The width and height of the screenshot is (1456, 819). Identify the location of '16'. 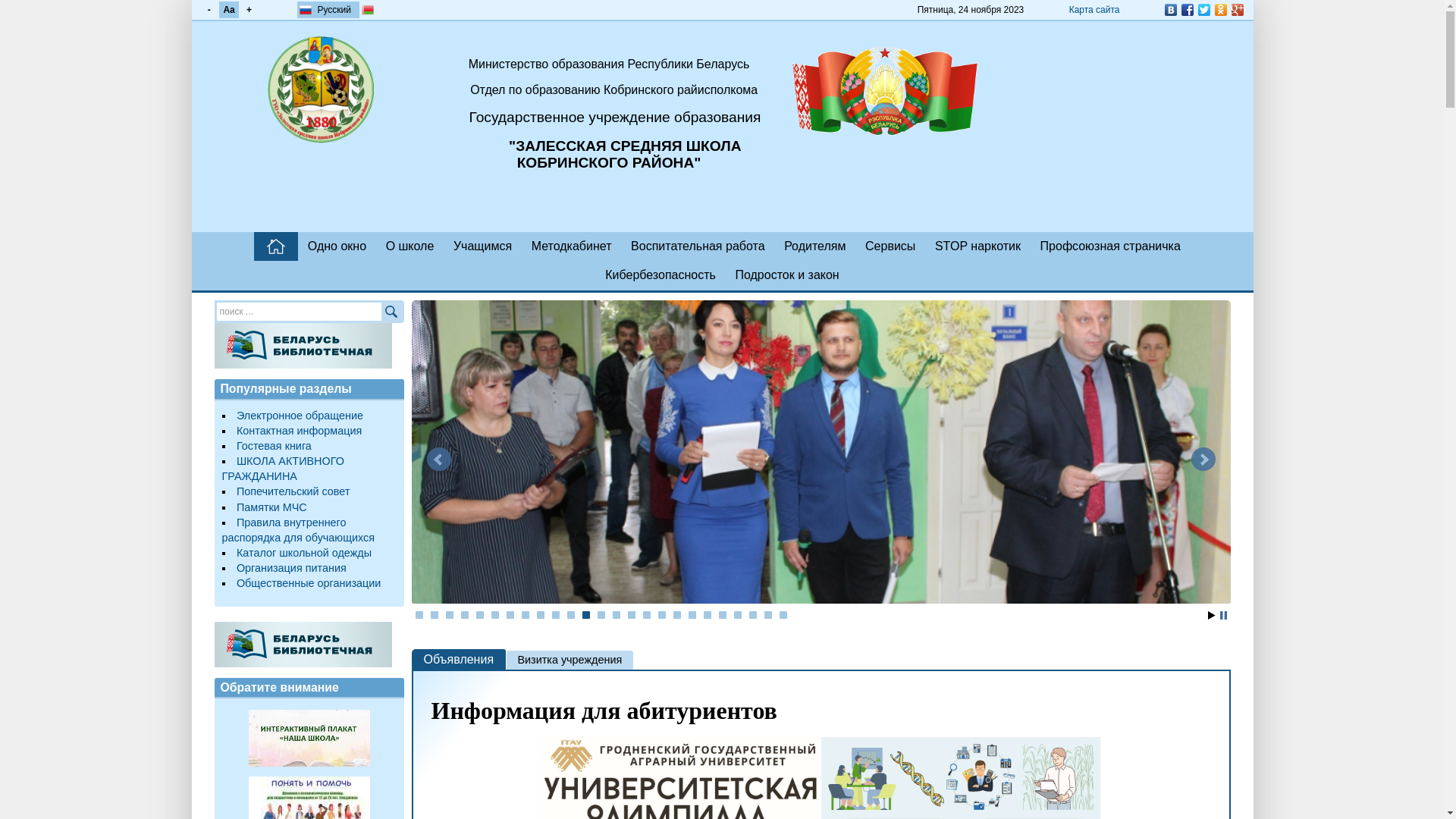
(647, 614).